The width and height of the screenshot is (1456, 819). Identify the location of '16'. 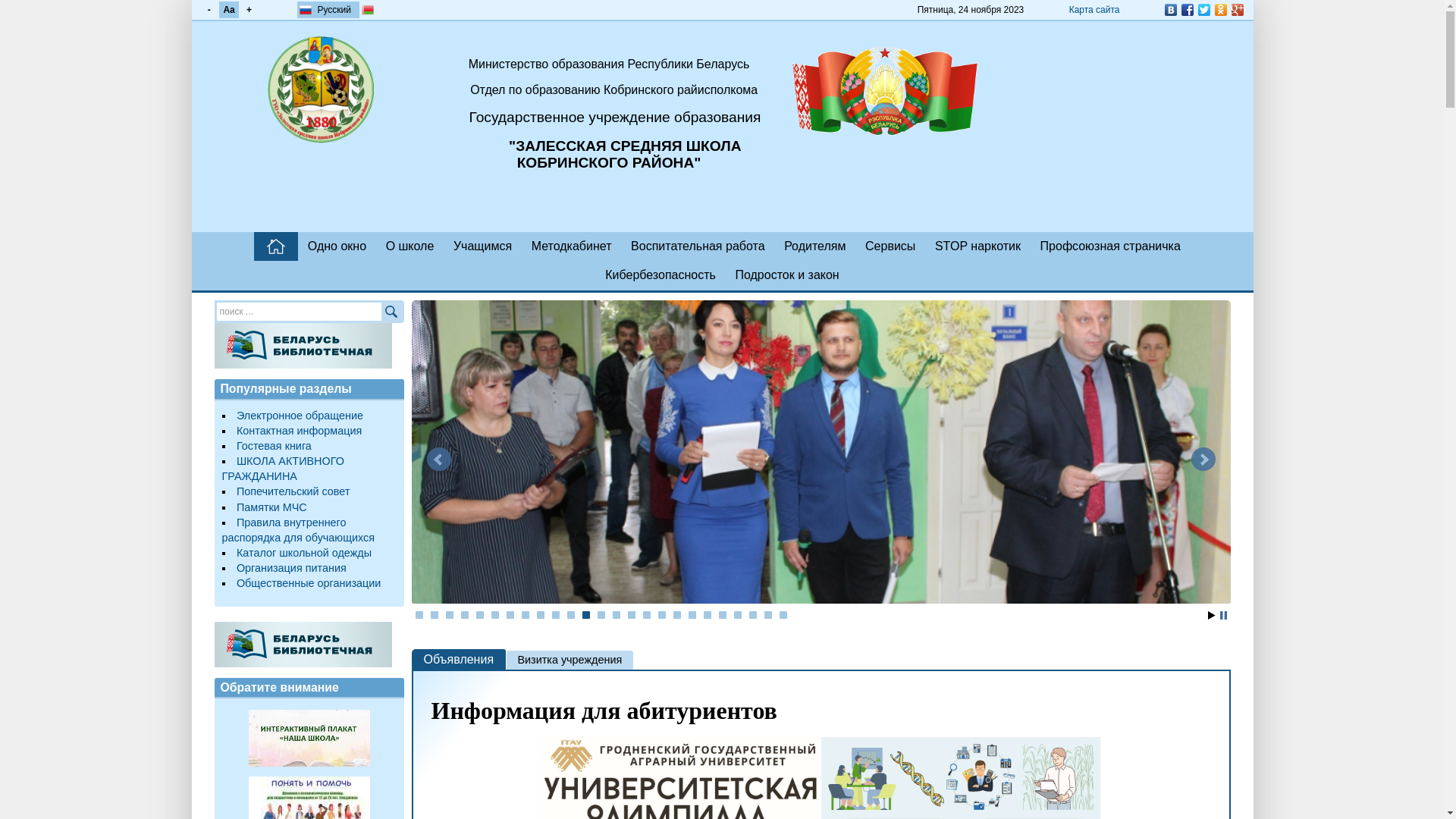
(647, 614).